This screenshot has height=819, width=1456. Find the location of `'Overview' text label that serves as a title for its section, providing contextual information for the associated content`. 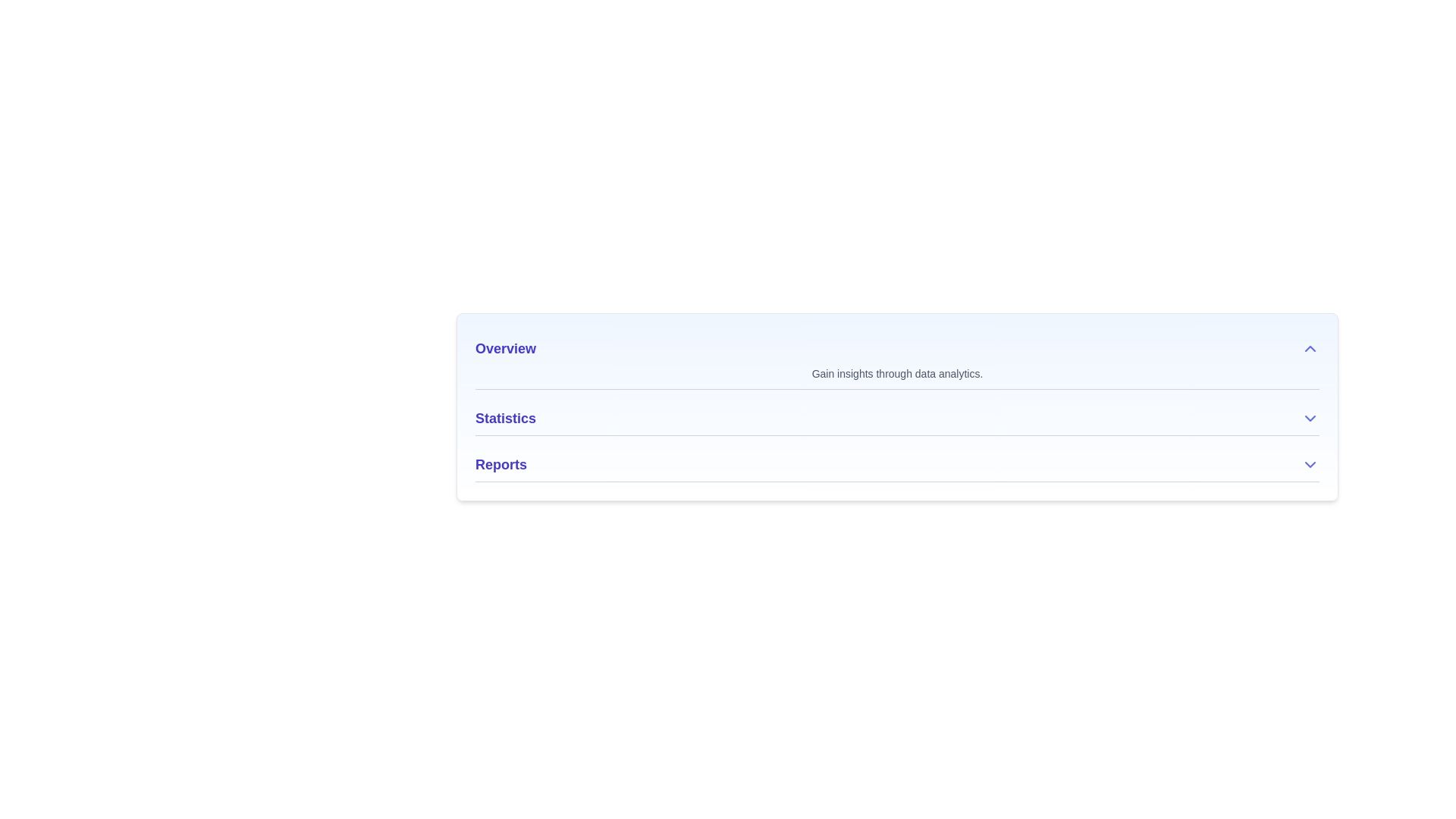

'Overview' text label that serves as a title for its section, providing contextual information for the associated content is located at coordinates (506, 348).